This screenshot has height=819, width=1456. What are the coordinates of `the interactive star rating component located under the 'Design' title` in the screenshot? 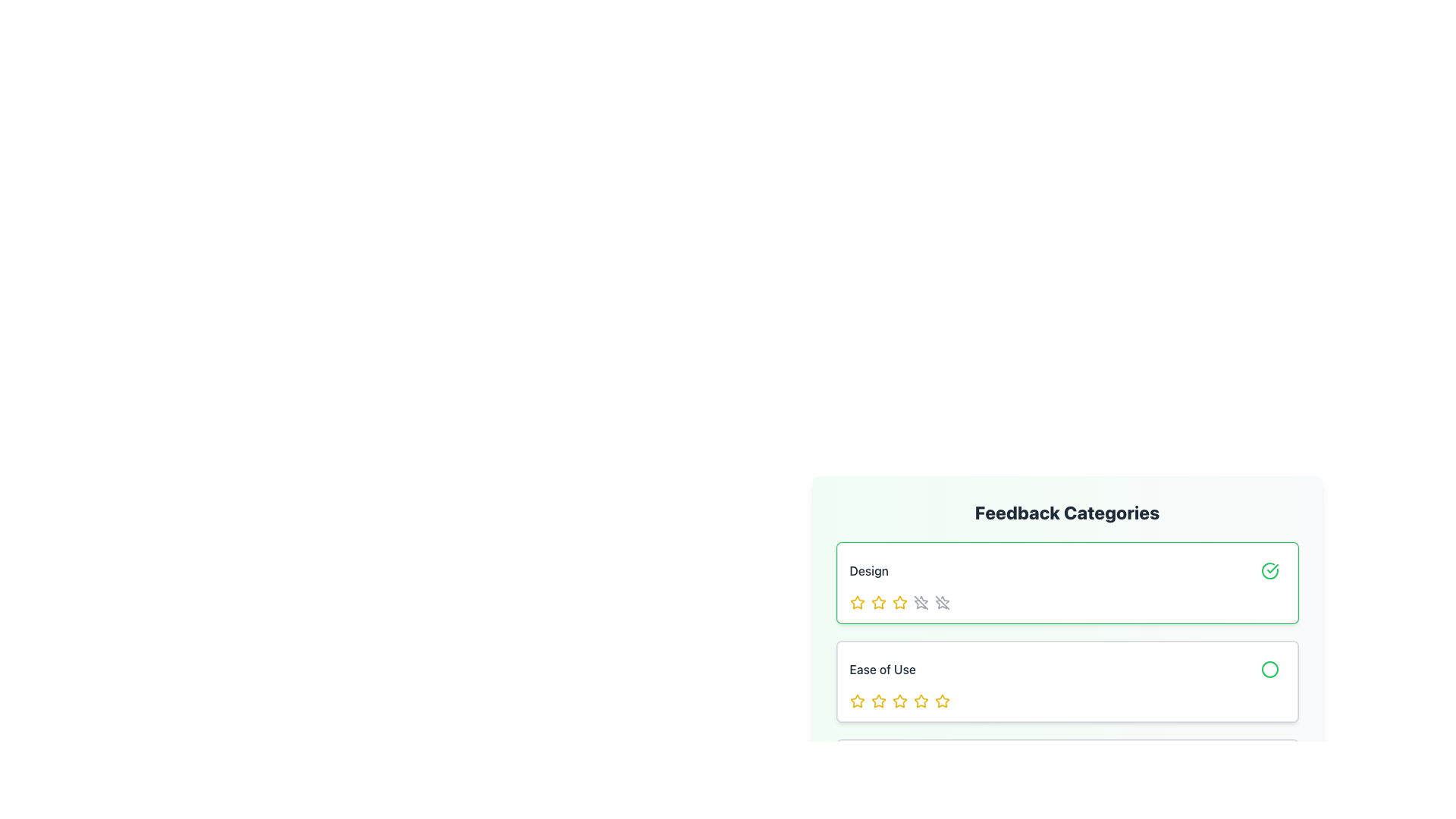 It's located at (1066, 601).